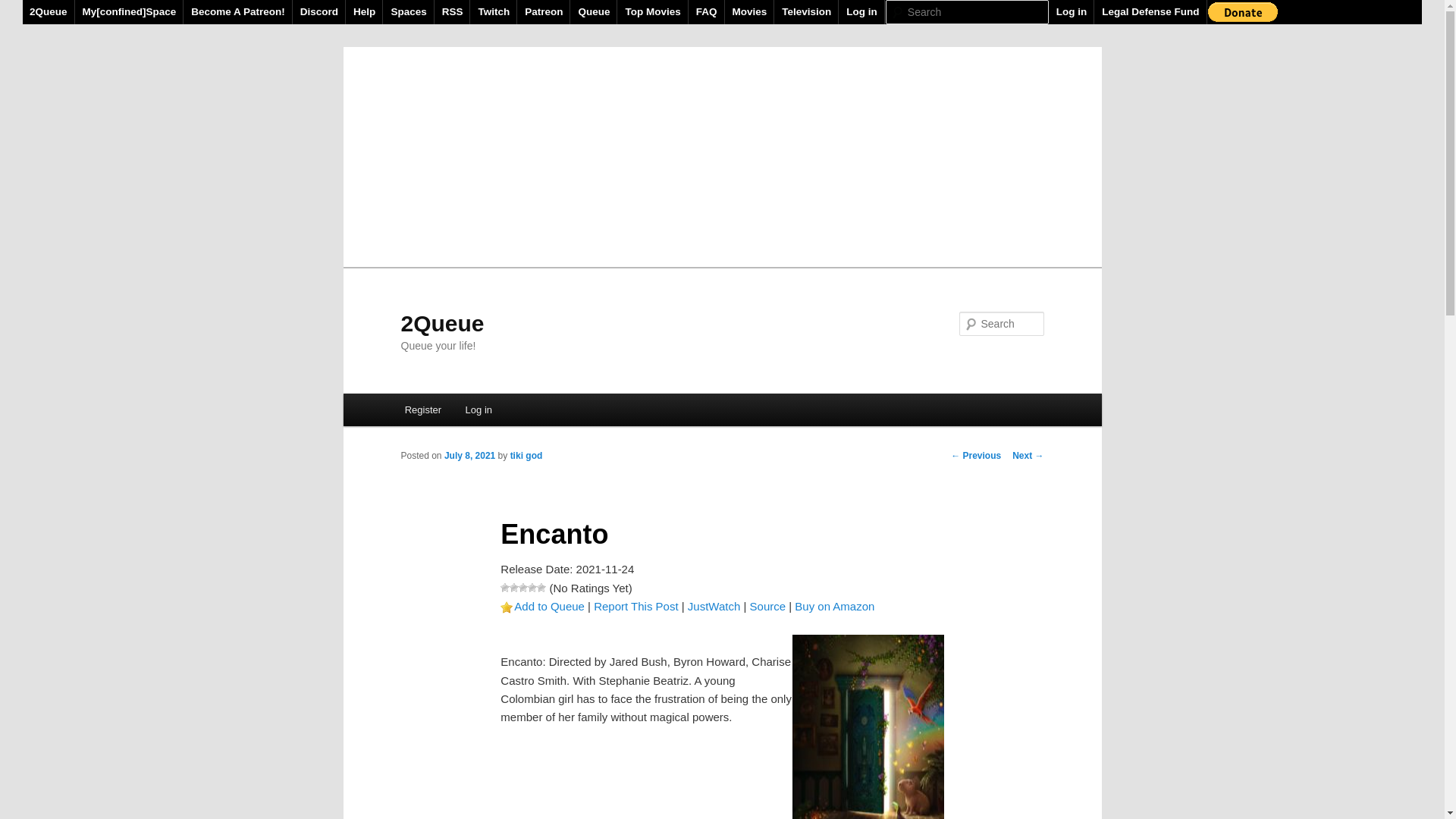 The height and width of the screenshot is (819, 1456). Describe the element at coordinates (49, 11) in the screenshot. I see `'2Queue'` at that location.